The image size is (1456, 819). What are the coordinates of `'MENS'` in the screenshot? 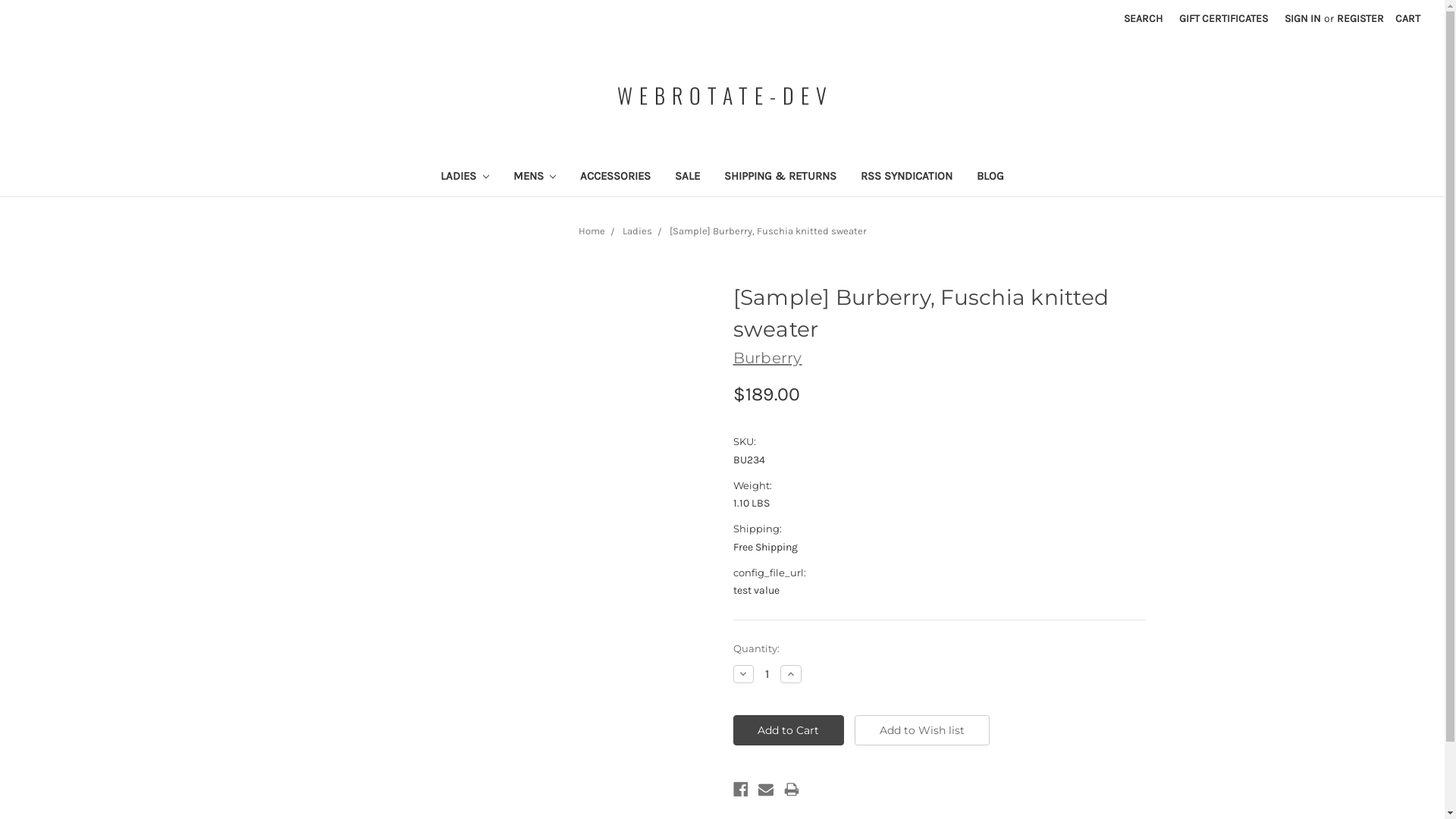 It's located at (534, 177).